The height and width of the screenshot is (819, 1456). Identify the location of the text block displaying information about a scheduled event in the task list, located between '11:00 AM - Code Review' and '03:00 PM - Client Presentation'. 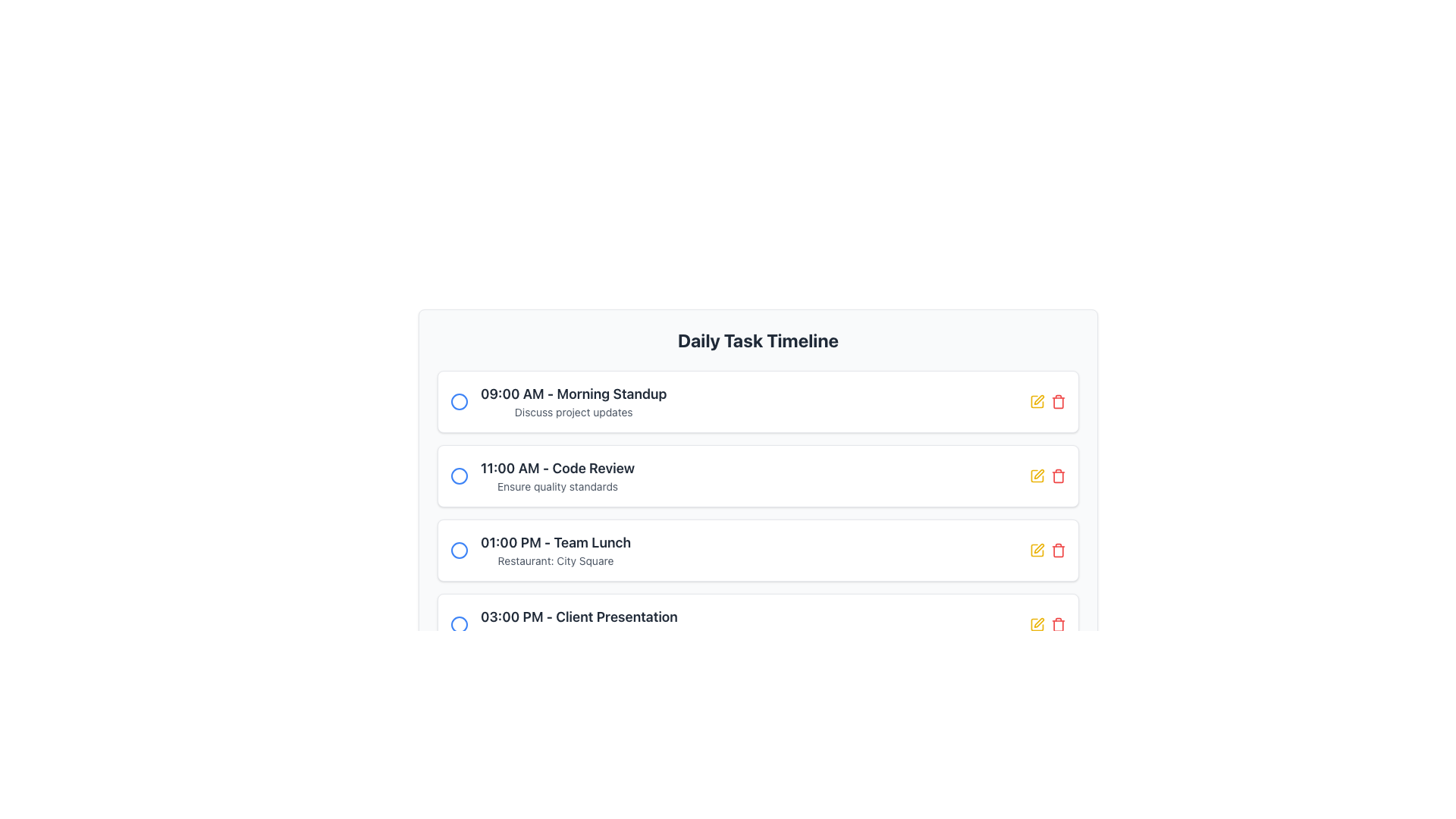
(541, 550).